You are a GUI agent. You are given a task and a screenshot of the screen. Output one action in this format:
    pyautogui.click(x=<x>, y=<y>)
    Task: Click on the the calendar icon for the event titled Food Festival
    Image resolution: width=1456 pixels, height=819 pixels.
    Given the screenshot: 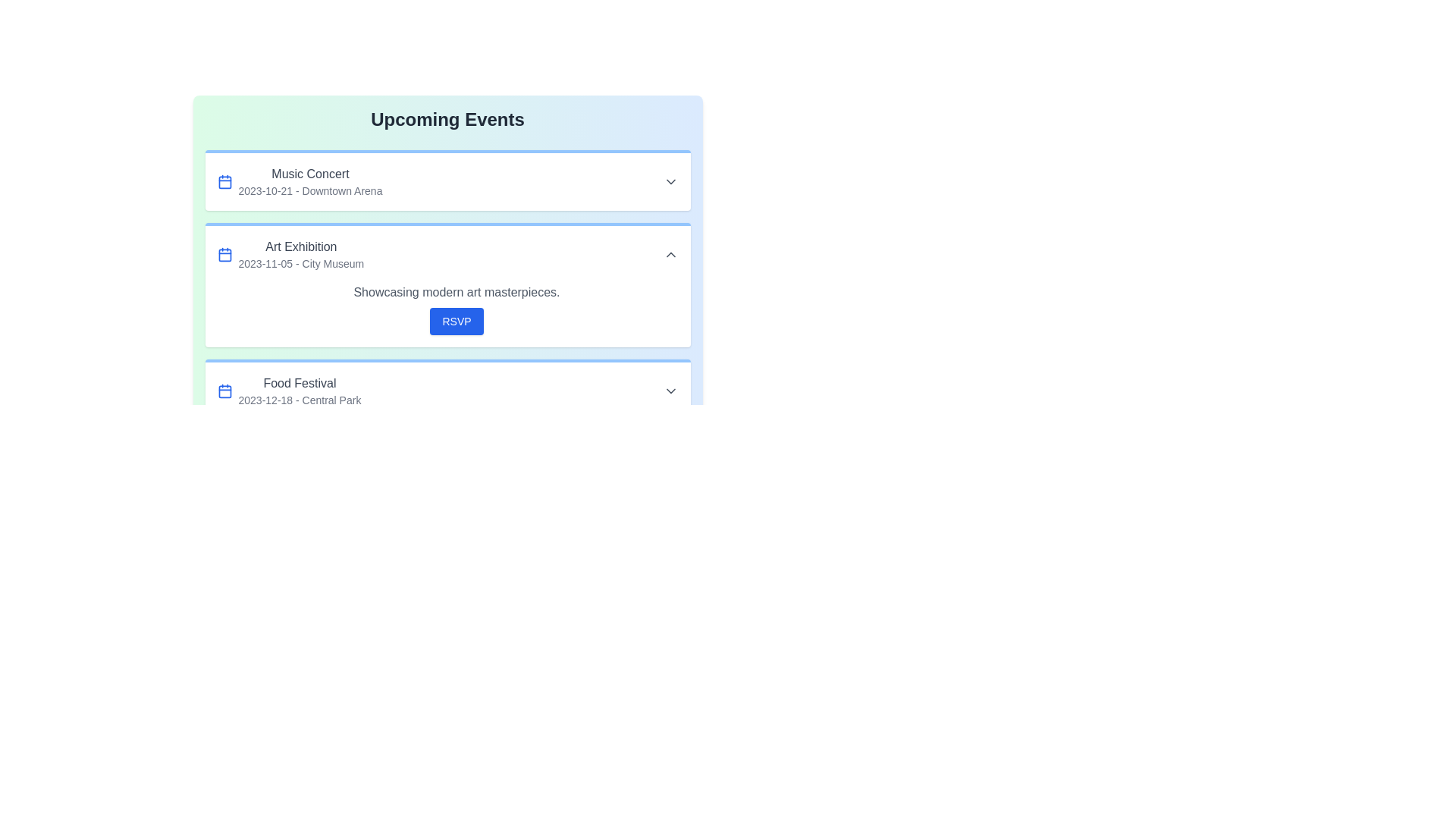 What is the action you would take?
    pyautogui.click(x=224, y=391)
    